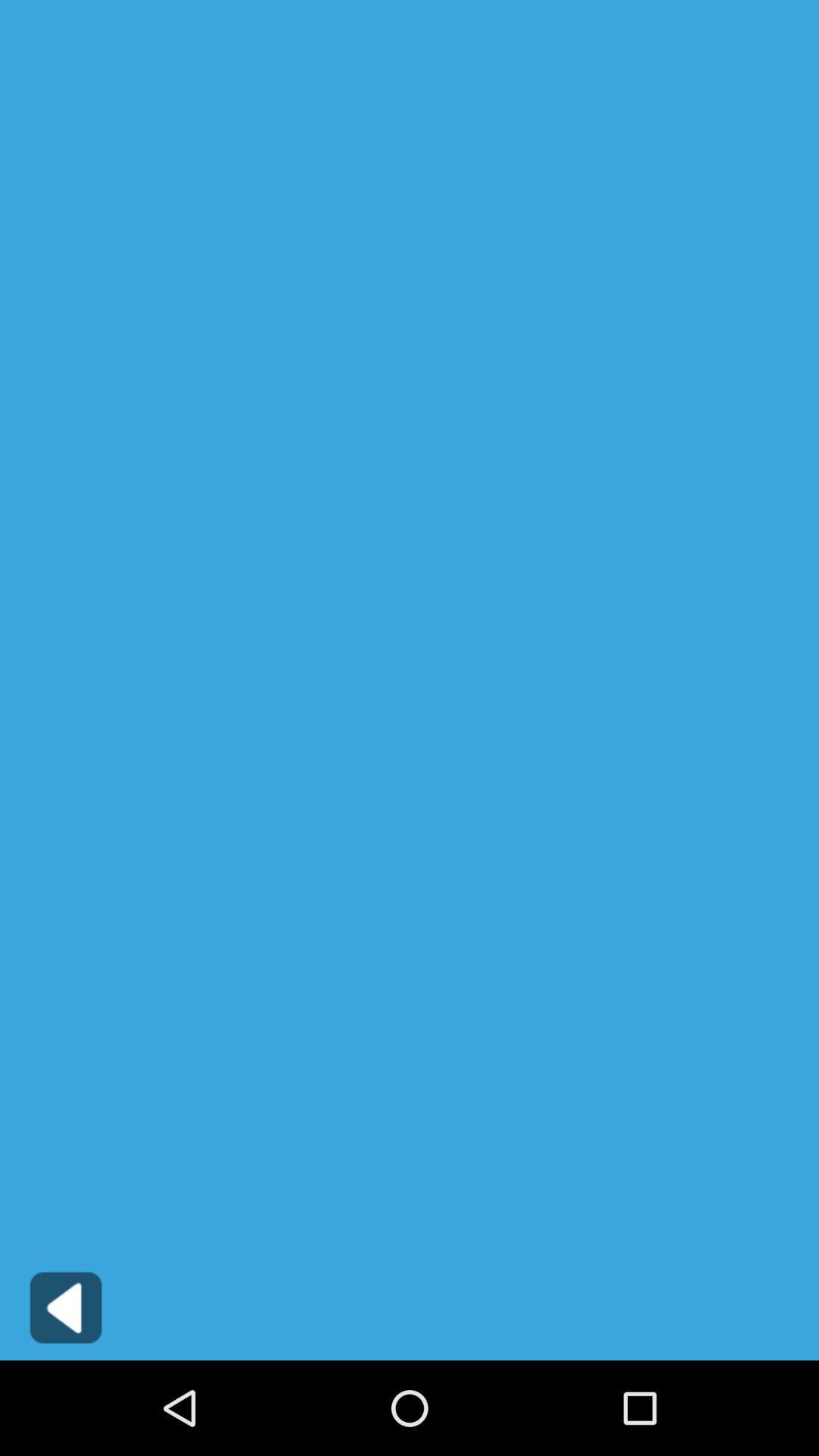 The image size is (819, 1456). Describe the element at coordinates (65, 1307) in the screenshot. I see `icon at the bottom left corner` at that location.